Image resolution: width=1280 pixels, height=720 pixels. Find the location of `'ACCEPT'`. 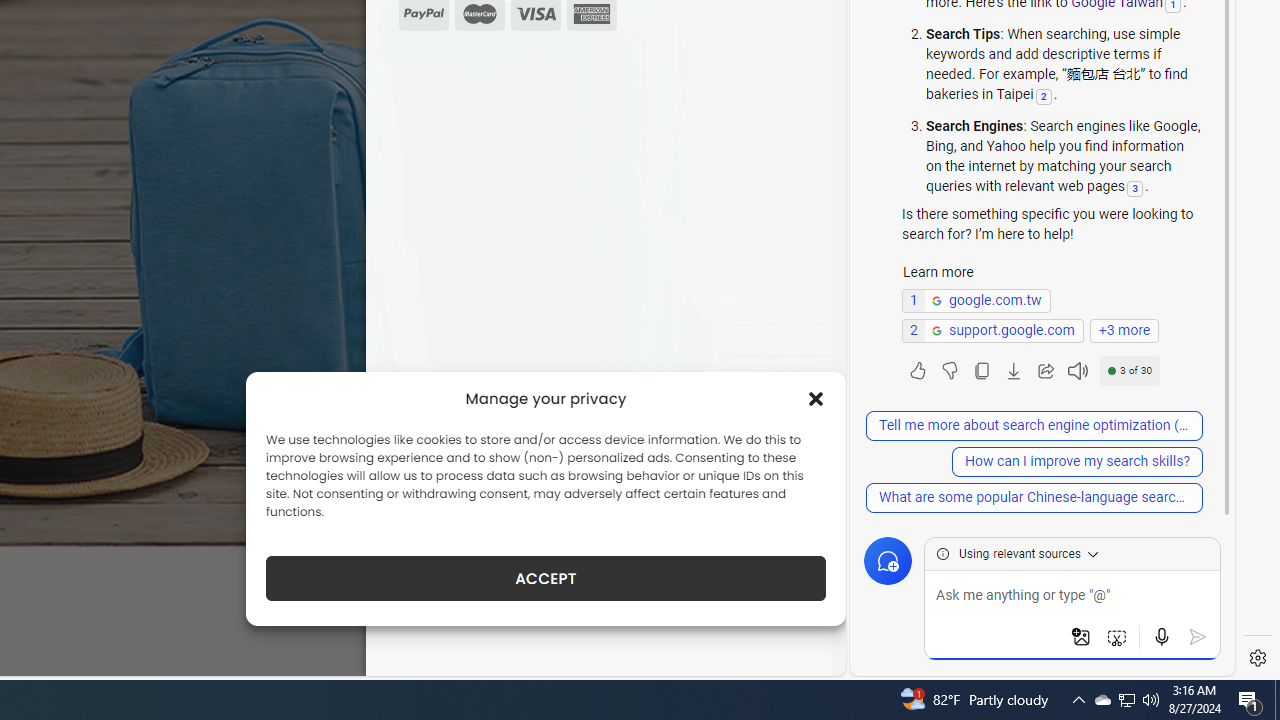

'ACCEPT' is located at coordinates (545, 578).